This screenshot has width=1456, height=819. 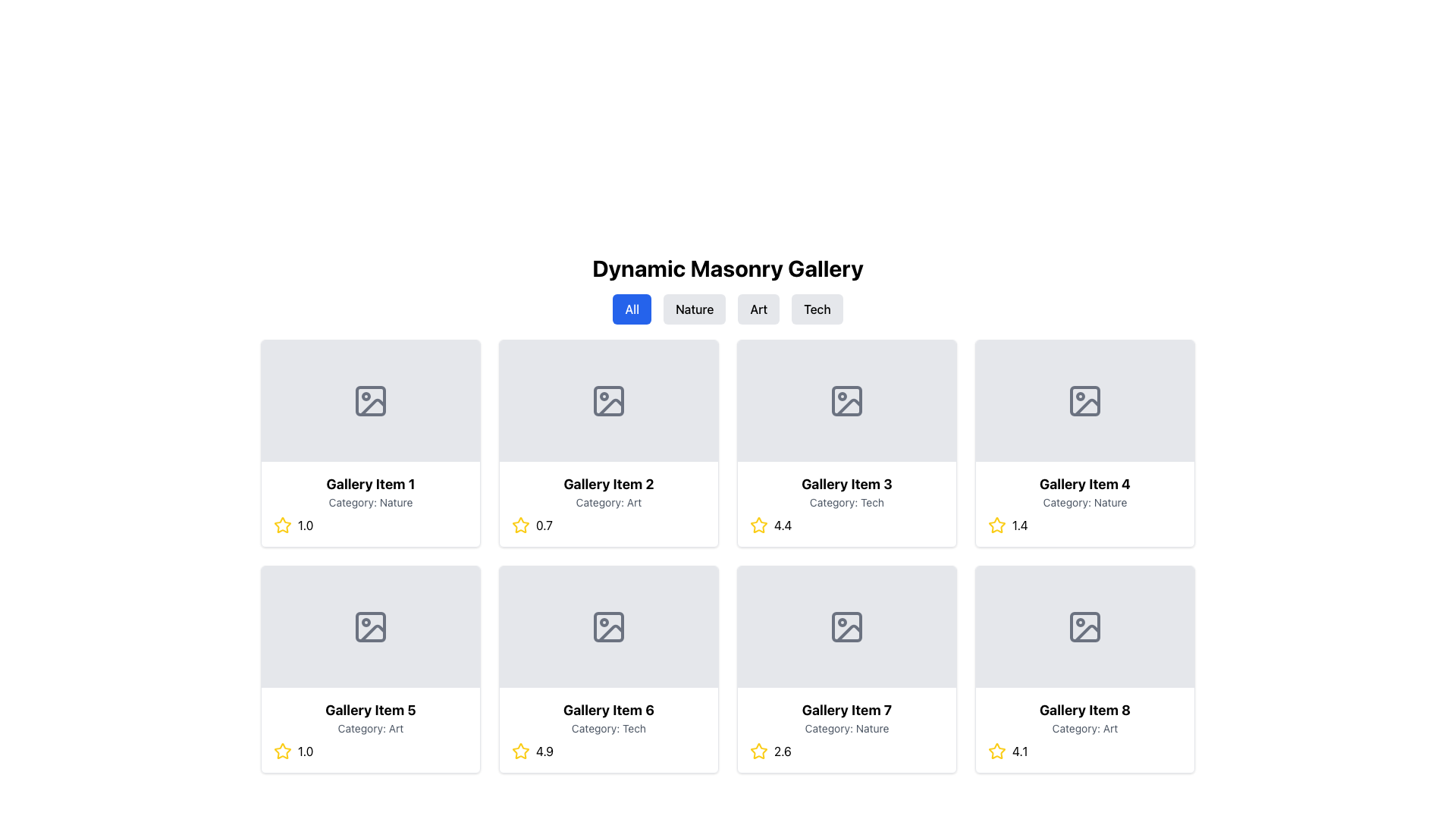 I want to click on the image placeholder in 'Gallery Item 7' located in the third row of the grid layout, so click(x=846, y=626).